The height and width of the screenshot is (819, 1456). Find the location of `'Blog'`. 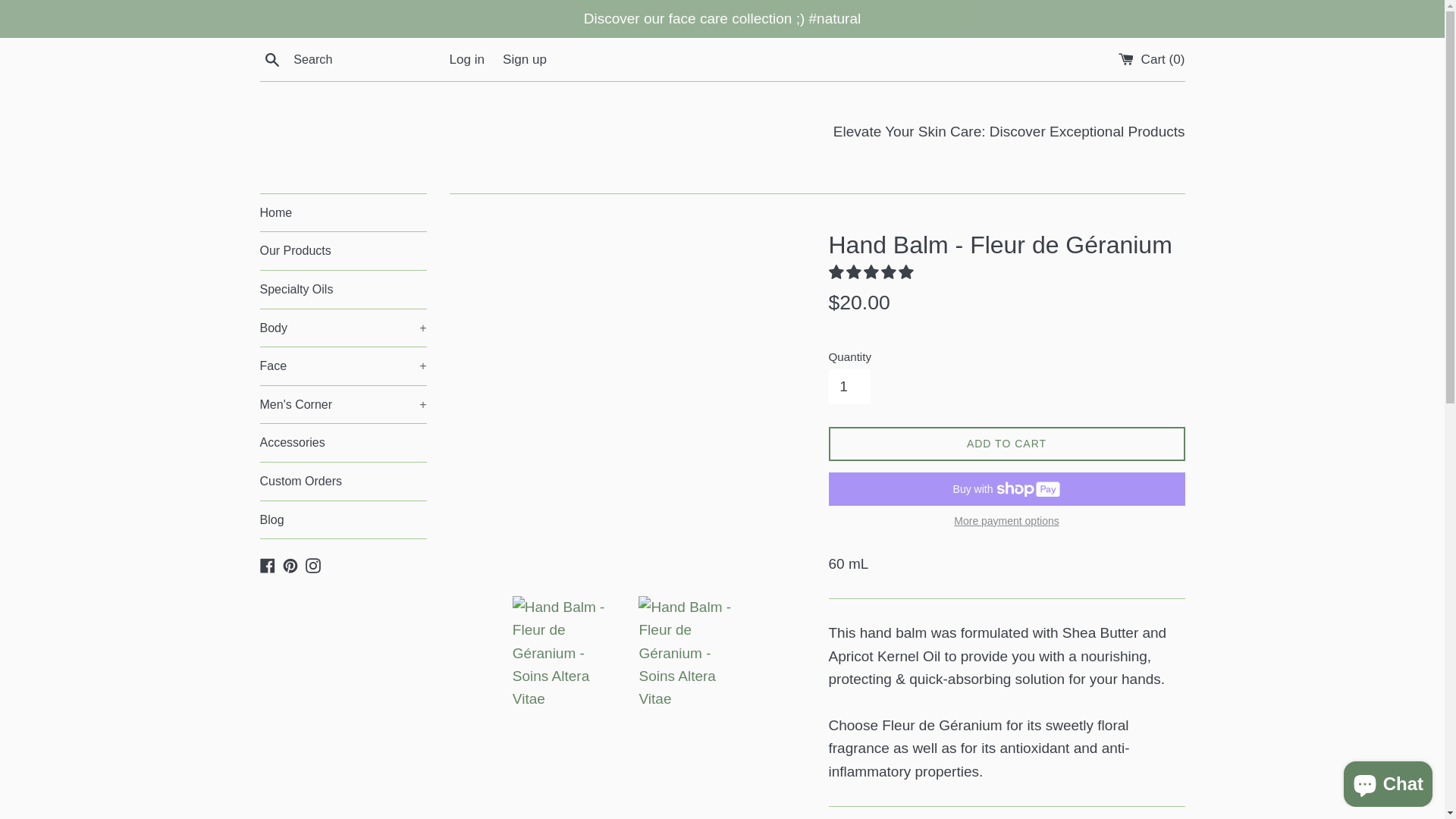

'Blog' is located at coordinates (259, 519).